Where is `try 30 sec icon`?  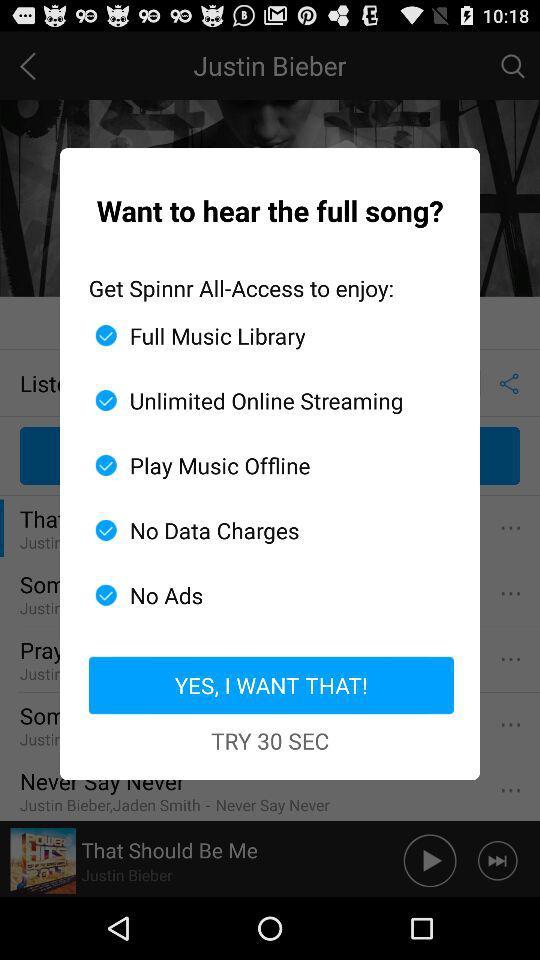
try 30 sec icon is located at coordinates (270, 739).